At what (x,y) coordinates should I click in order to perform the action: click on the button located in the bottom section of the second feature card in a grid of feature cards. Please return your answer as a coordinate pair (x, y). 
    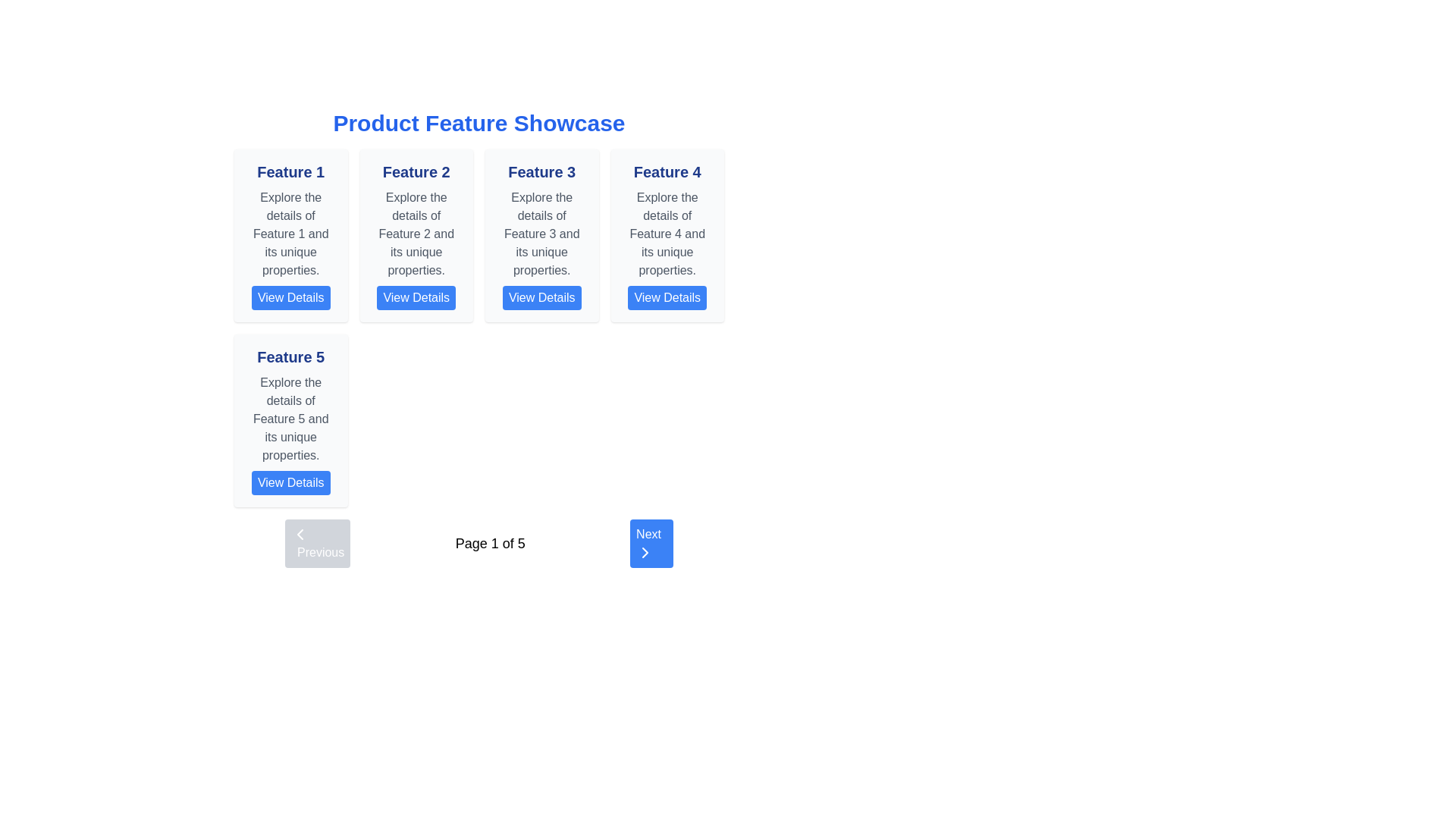
    Looking at the image, I should click on (416, 298).